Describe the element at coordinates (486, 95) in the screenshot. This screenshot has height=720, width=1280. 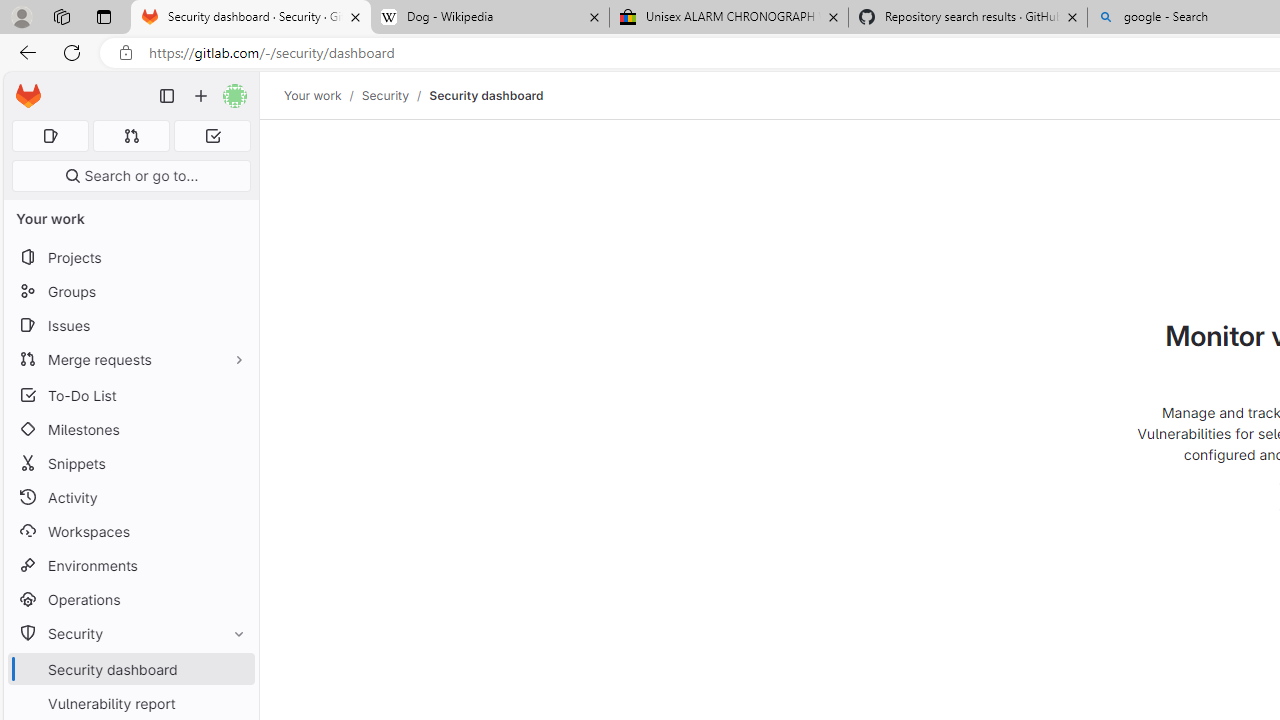
I see `'Security dashboard'` at that location.